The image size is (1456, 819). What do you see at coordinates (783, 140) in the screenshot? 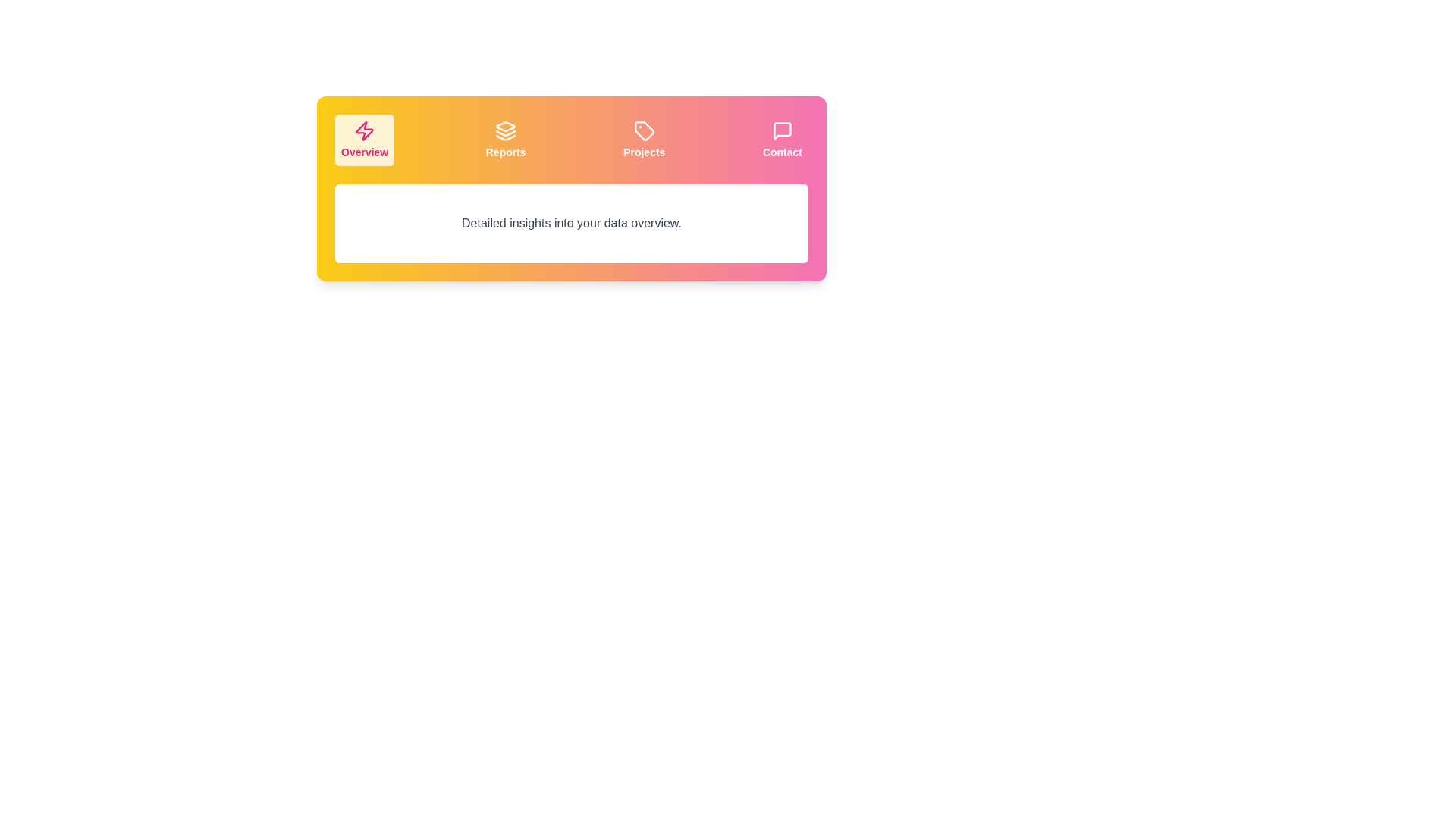
I see `the 'Contact' button, which is the last button in a horizontal row, featuring a white message bubble icon and bold white text on a pink gradient background` at bounding box center [783, 140].